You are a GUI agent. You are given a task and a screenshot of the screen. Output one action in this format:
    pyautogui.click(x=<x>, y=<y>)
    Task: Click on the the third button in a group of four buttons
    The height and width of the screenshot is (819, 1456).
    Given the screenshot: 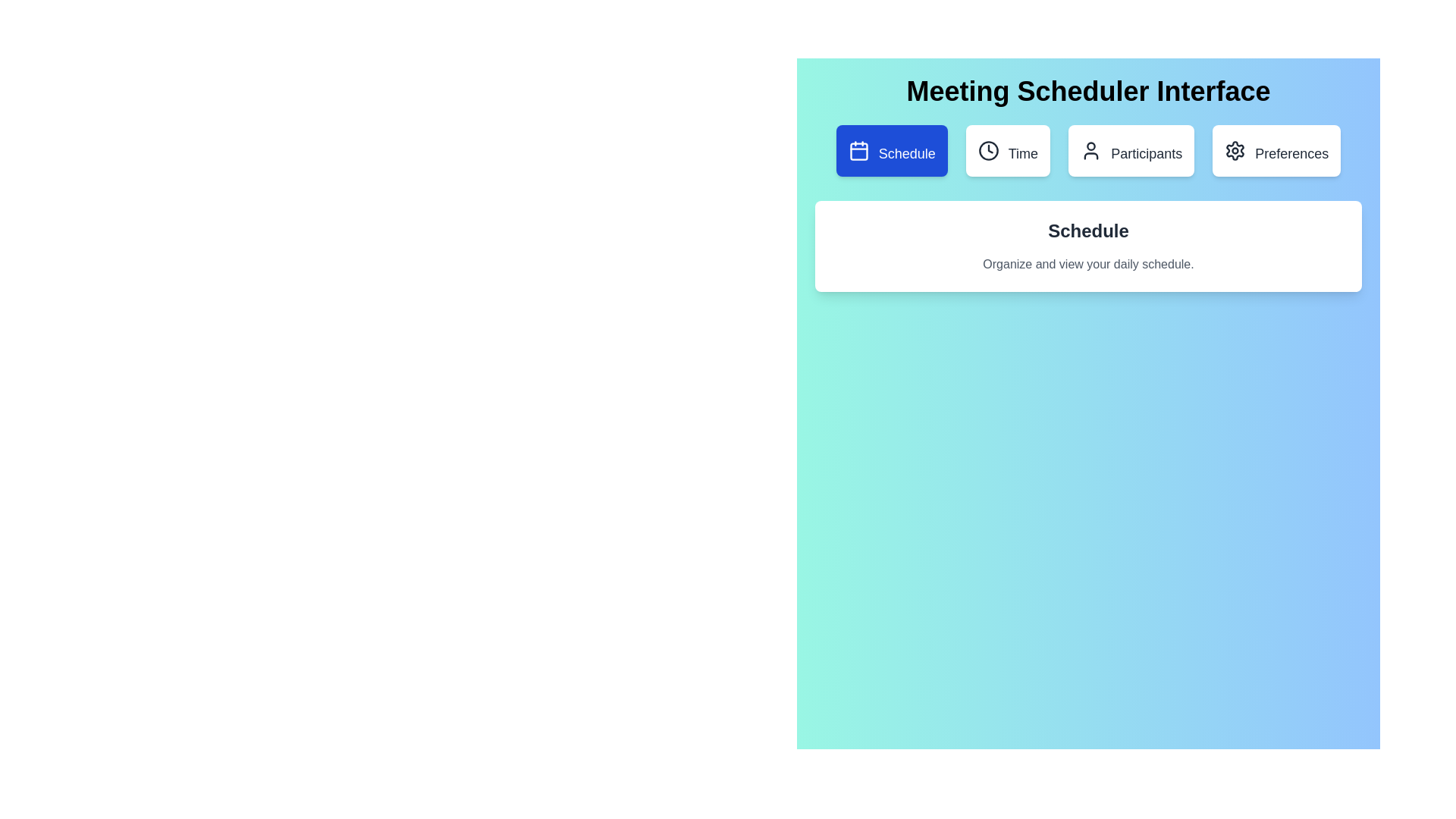 What is the action you would take?
    pyautogui.click(x=1131, y=151)
    